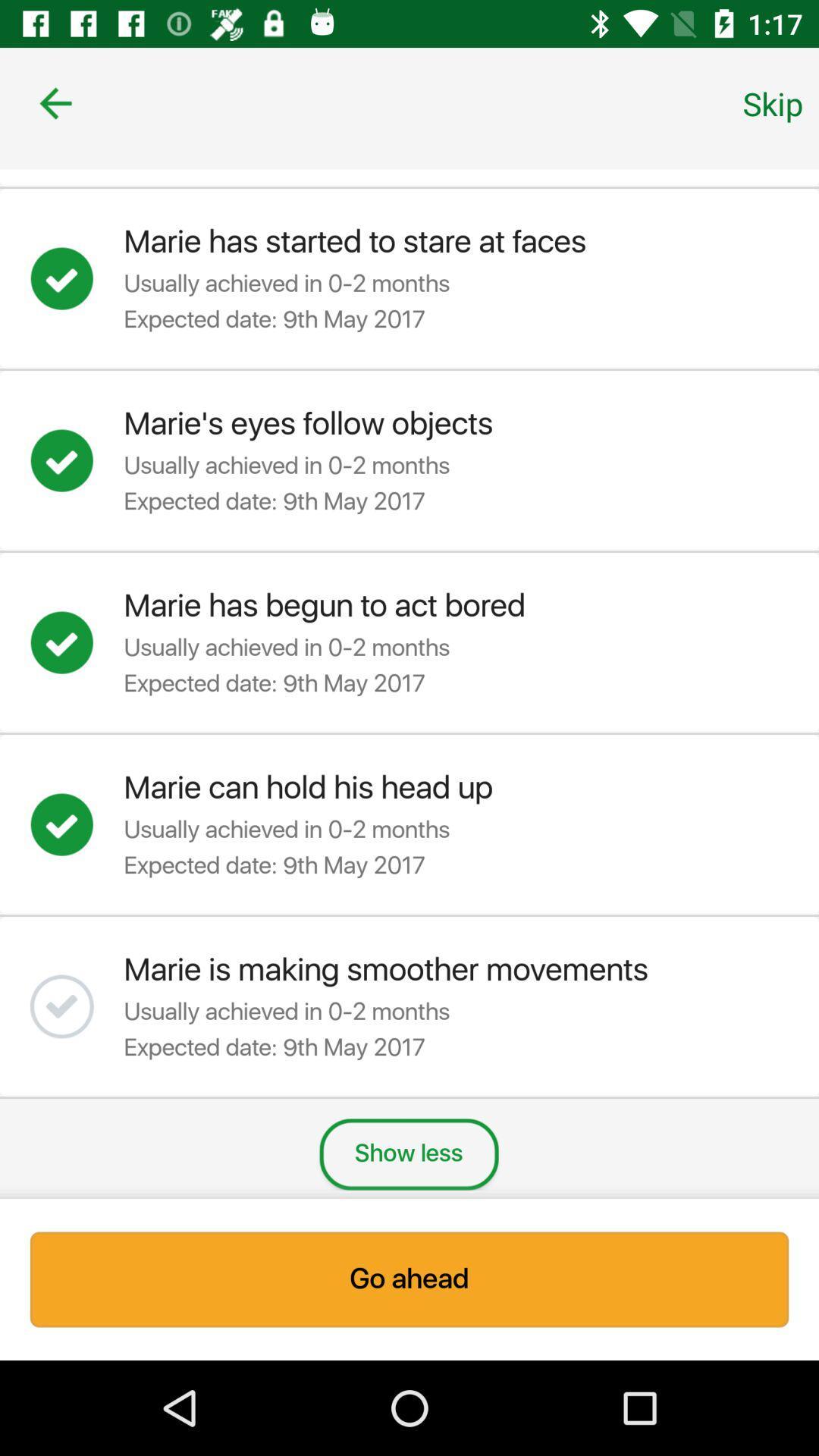 This screenshot has width=819, height=1456. Describe the element at coordinates (77, 278) in the screenshot. I see `stat` at that location.